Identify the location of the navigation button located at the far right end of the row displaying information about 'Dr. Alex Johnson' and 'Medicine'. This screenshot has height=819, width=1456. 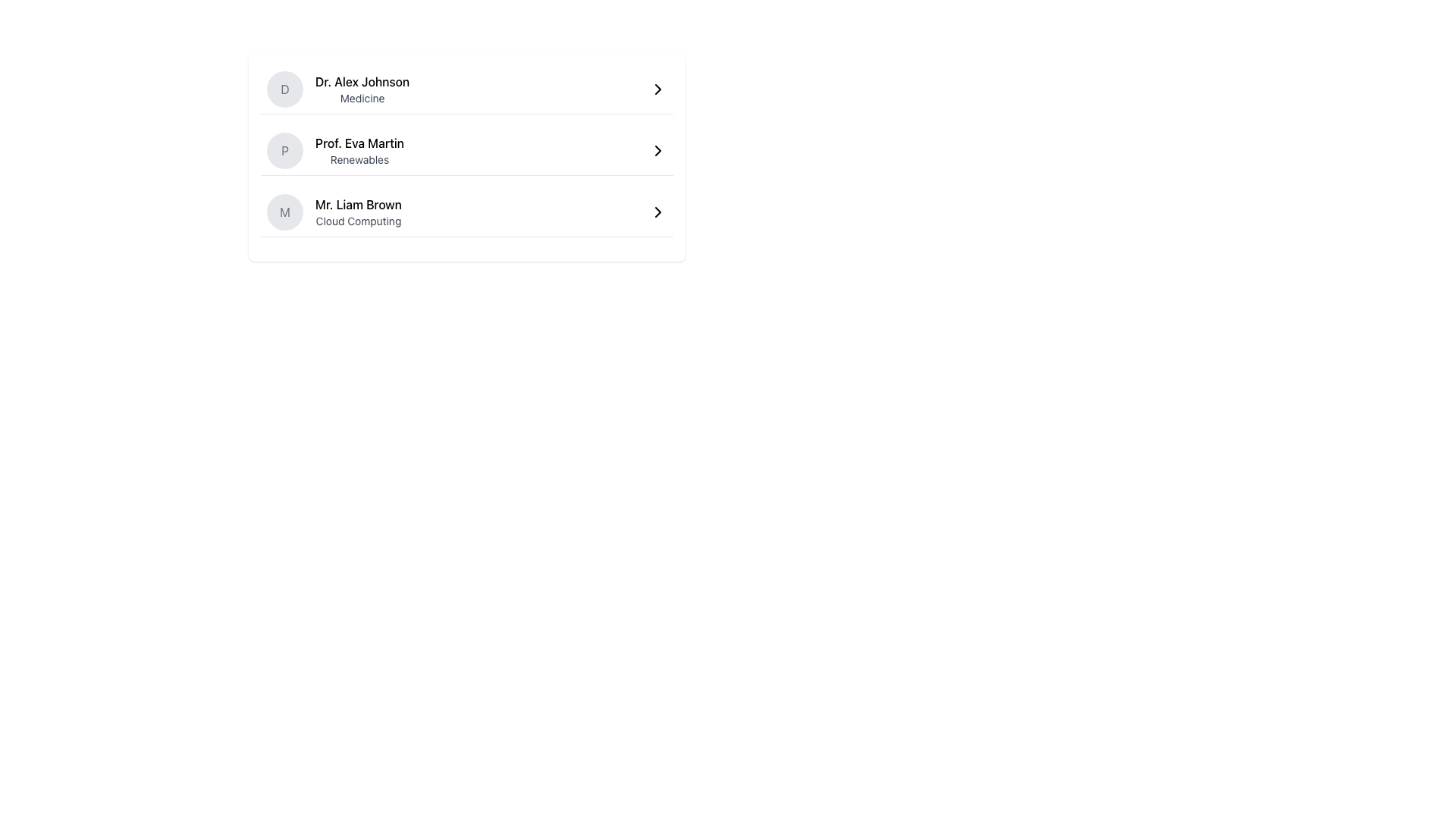
(658, 89).